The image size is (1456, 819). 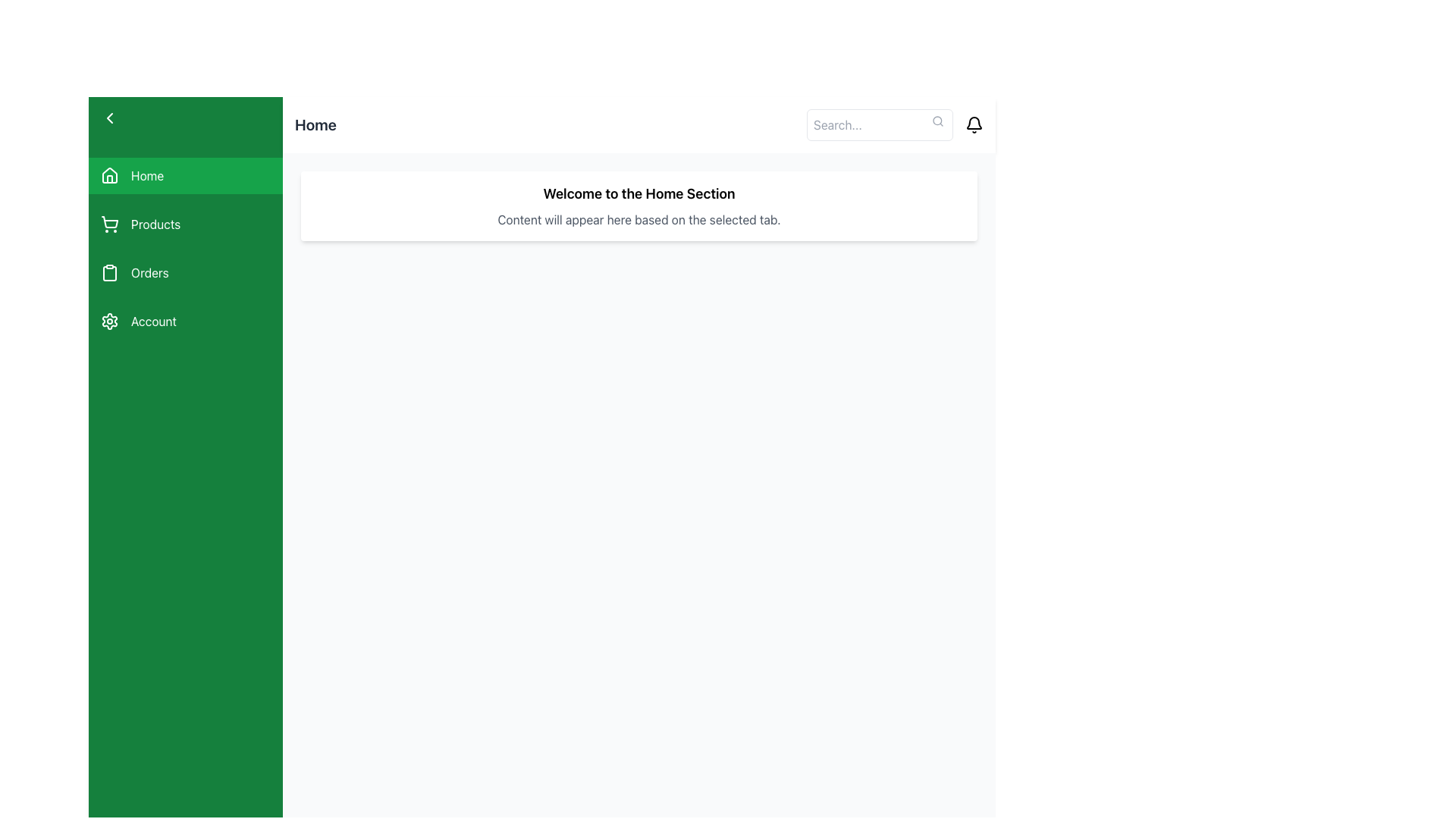 What do you see at coordinates (184, 174) in the screenshot?
I see `the green 'Home' button located in the sidebar menu` at bounding box center [184, 174].